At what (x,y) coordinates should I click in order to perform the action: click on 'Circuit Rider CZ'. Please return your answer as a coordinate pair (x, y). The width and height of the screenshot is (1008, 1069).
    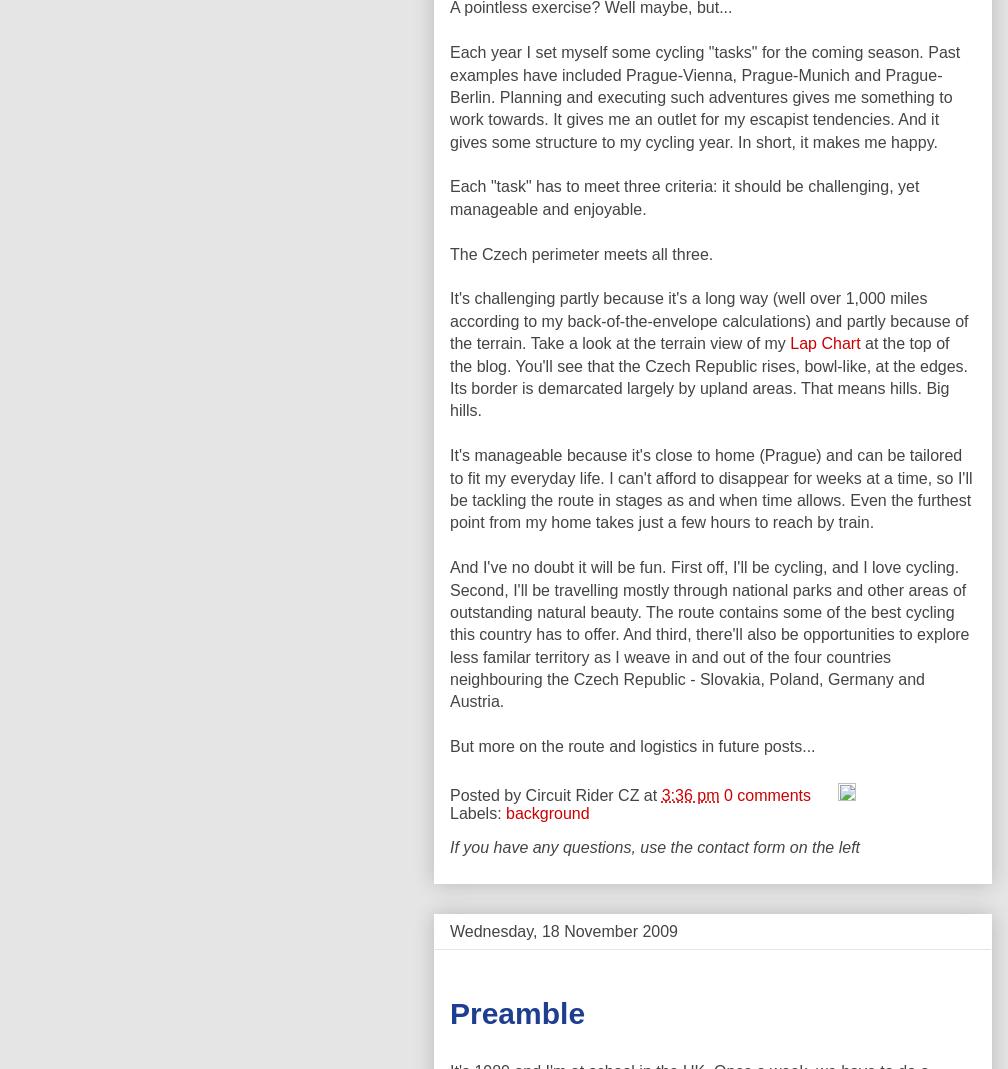
    Looking at the image, I should click on (582, 794).